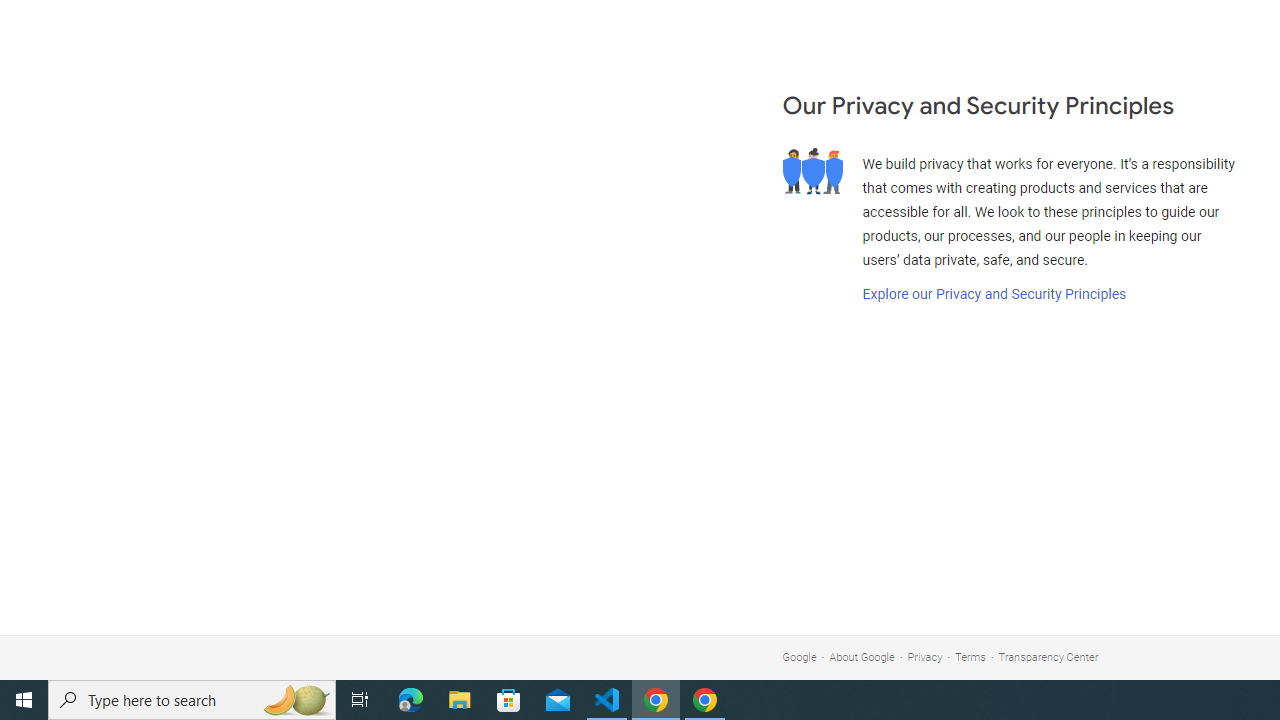 The width and height of the screenshot is (1280, 720). Describe the element at coordinates (993, 294) in the screenshot. I see `'Explore our Privacy and Security Principles'` at that location.